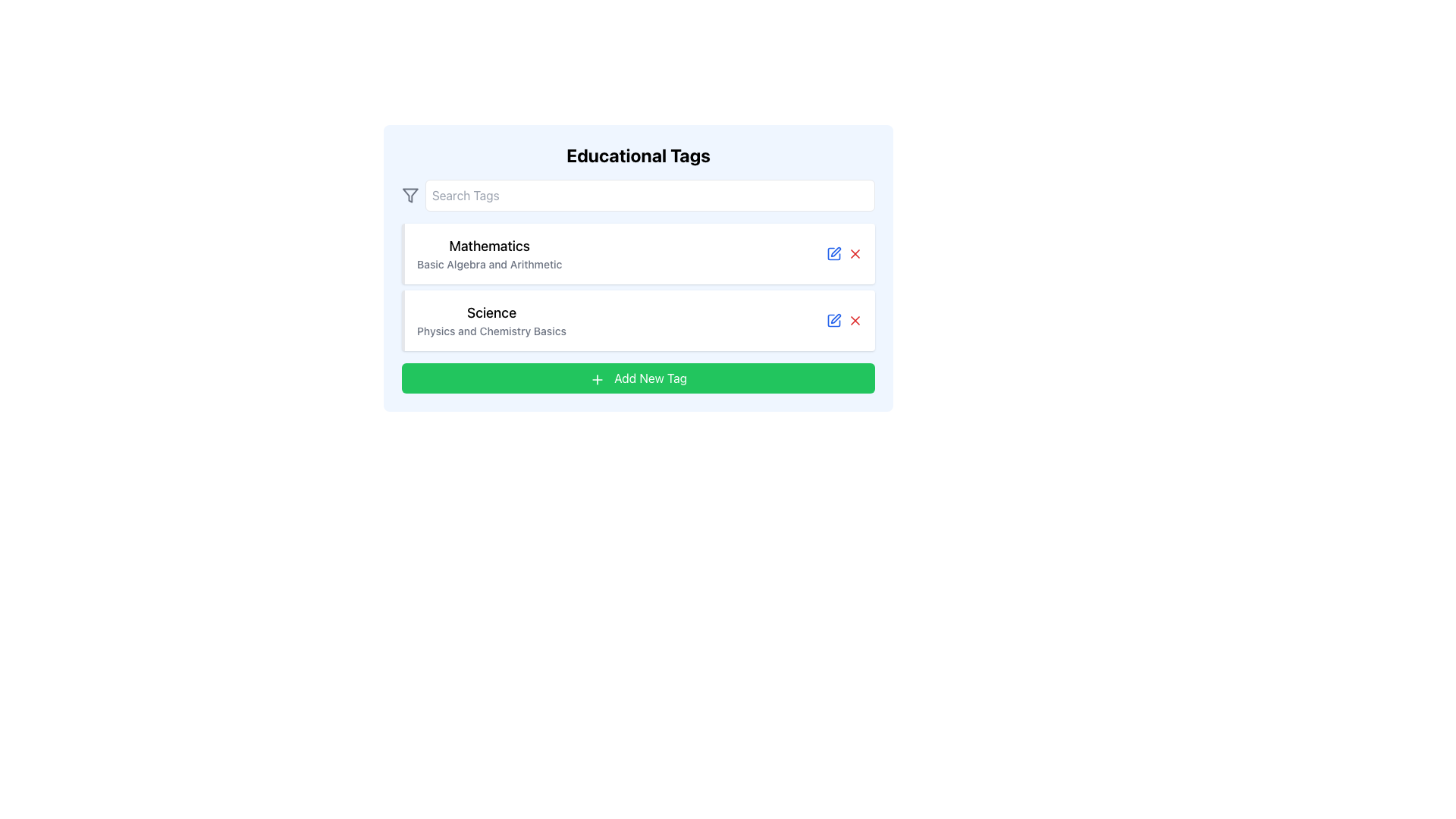 This screenshot has width=1456, height=819. I want to click on accessibility information of the Icon element that is a square outline with a pen intersecting it diagonally, located adjacent to the 'Science' tag in the tags section, so click(833, 253).